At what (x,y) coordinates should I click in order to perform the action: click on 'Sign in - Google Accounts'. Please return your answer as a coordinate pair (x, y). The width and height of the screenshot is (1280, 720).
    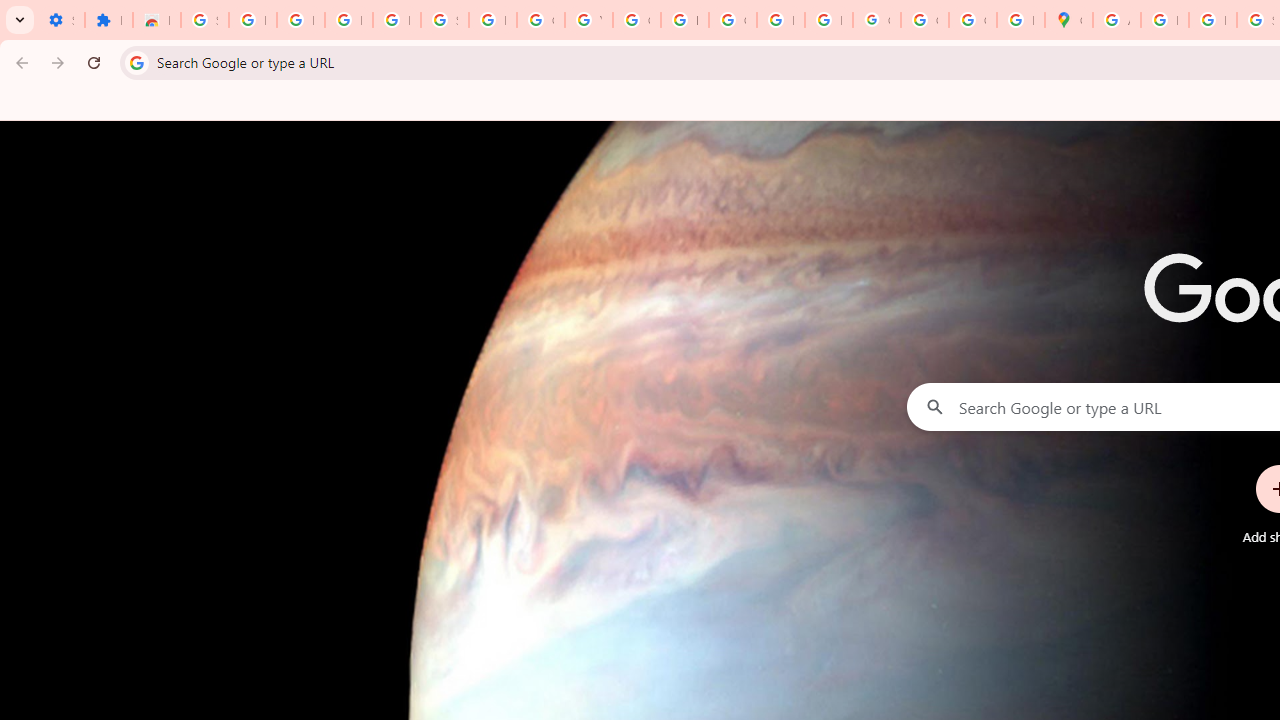
    Looking at the image, I should click on (204, 20).